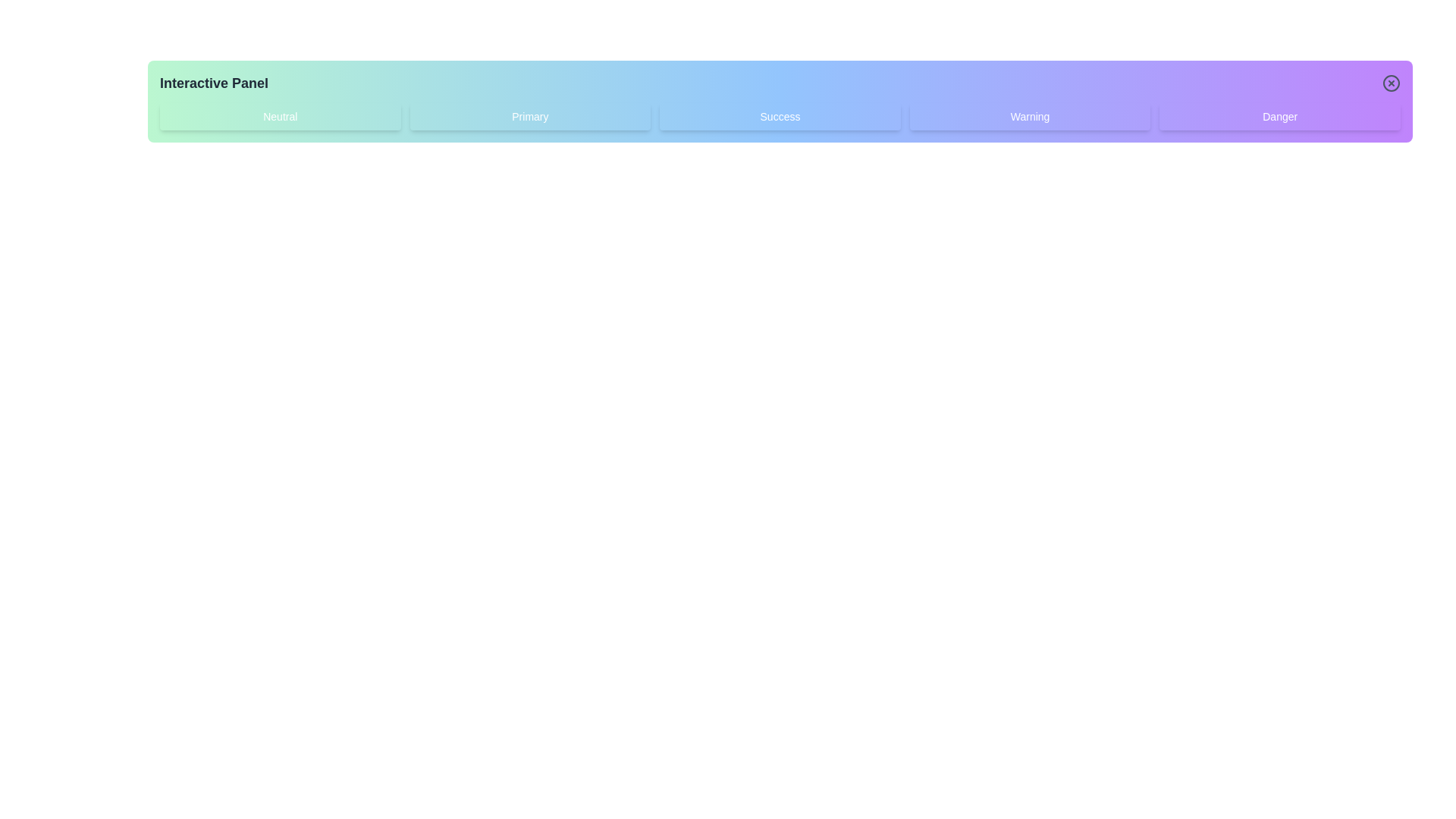  What do you see at coordinates (280, 116) in the screenshot?
I see `the 'Neutral' button with light gray background and white text` at bounding box center [280, 116].